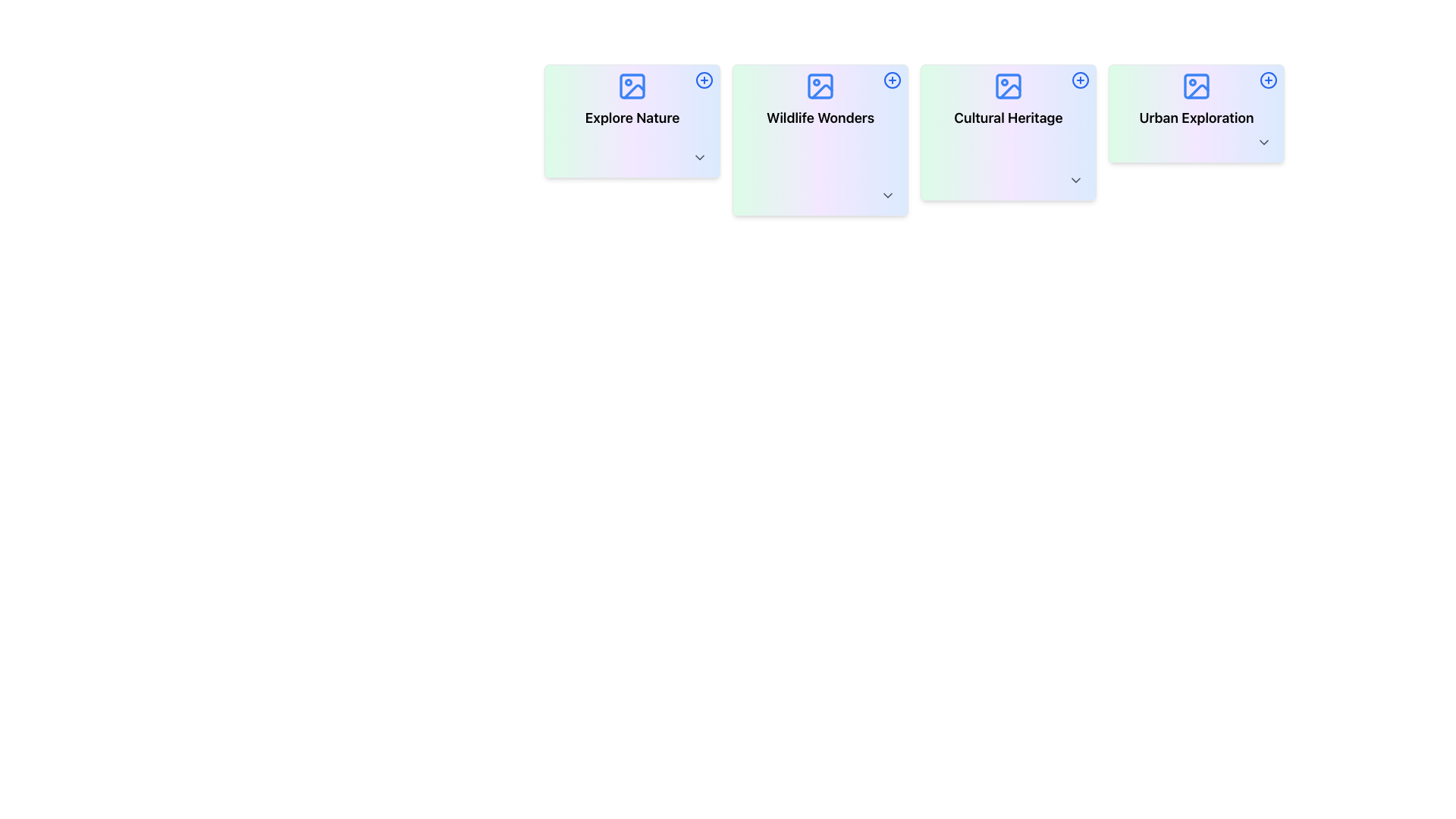 This screenshot has height=819, width=1456. What do you see at coordinates (819, 140) in the screenshot?
I see `the 'Wildlife Wonders' card component, which is the second card from the left in a grid layout` at bounding box center [819, 140].